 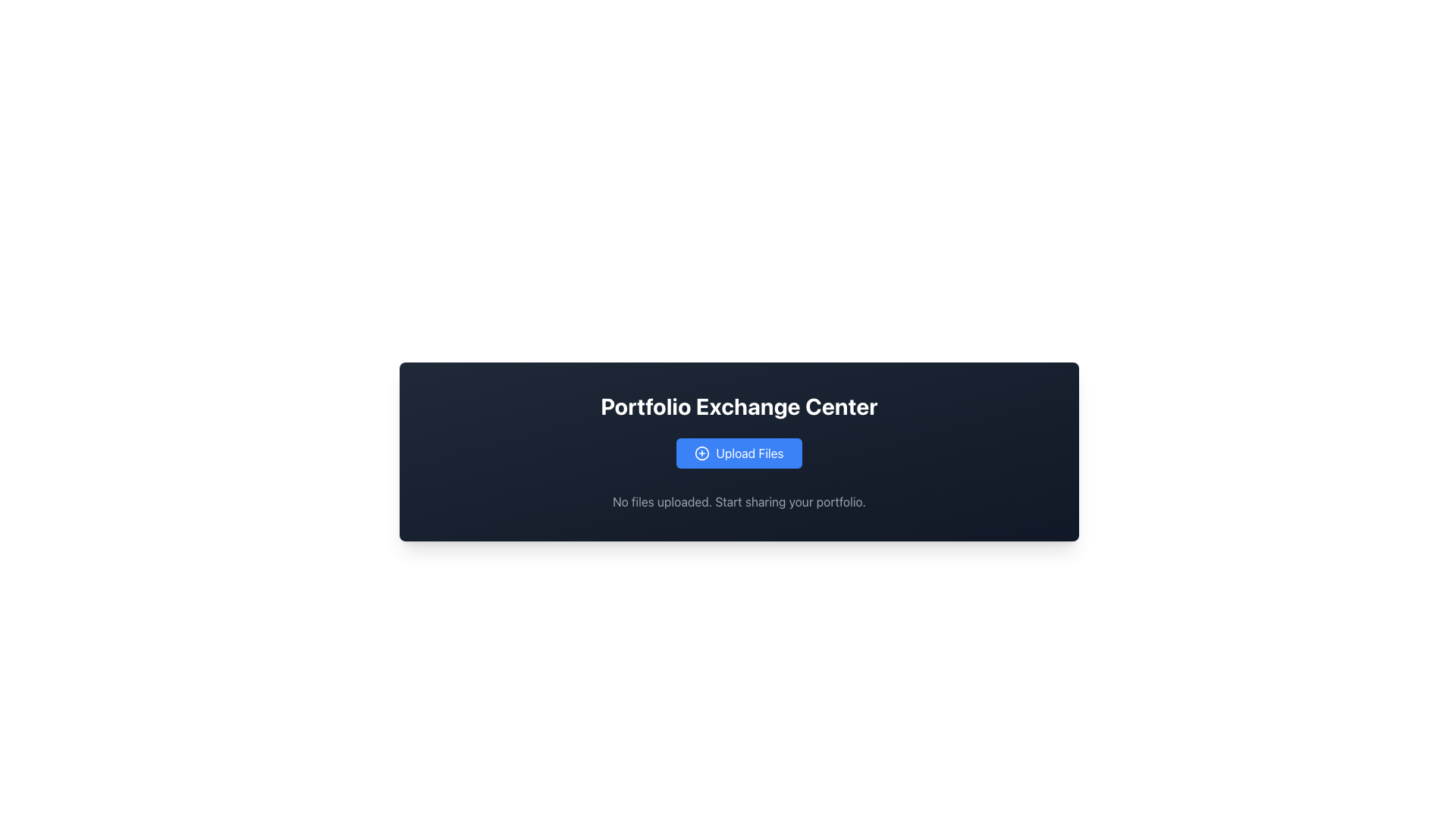 I want to click on the blue button labeled 'Upload Files' with a plus sign icon, so click(x=739, y=452).